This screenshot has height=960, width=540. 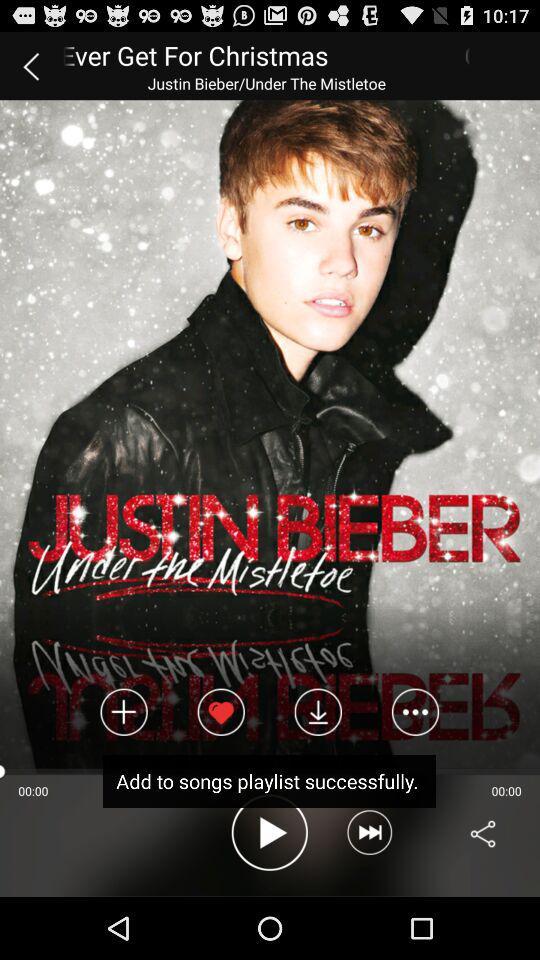 I want to click on the more icon, so click(x=414, y=761).